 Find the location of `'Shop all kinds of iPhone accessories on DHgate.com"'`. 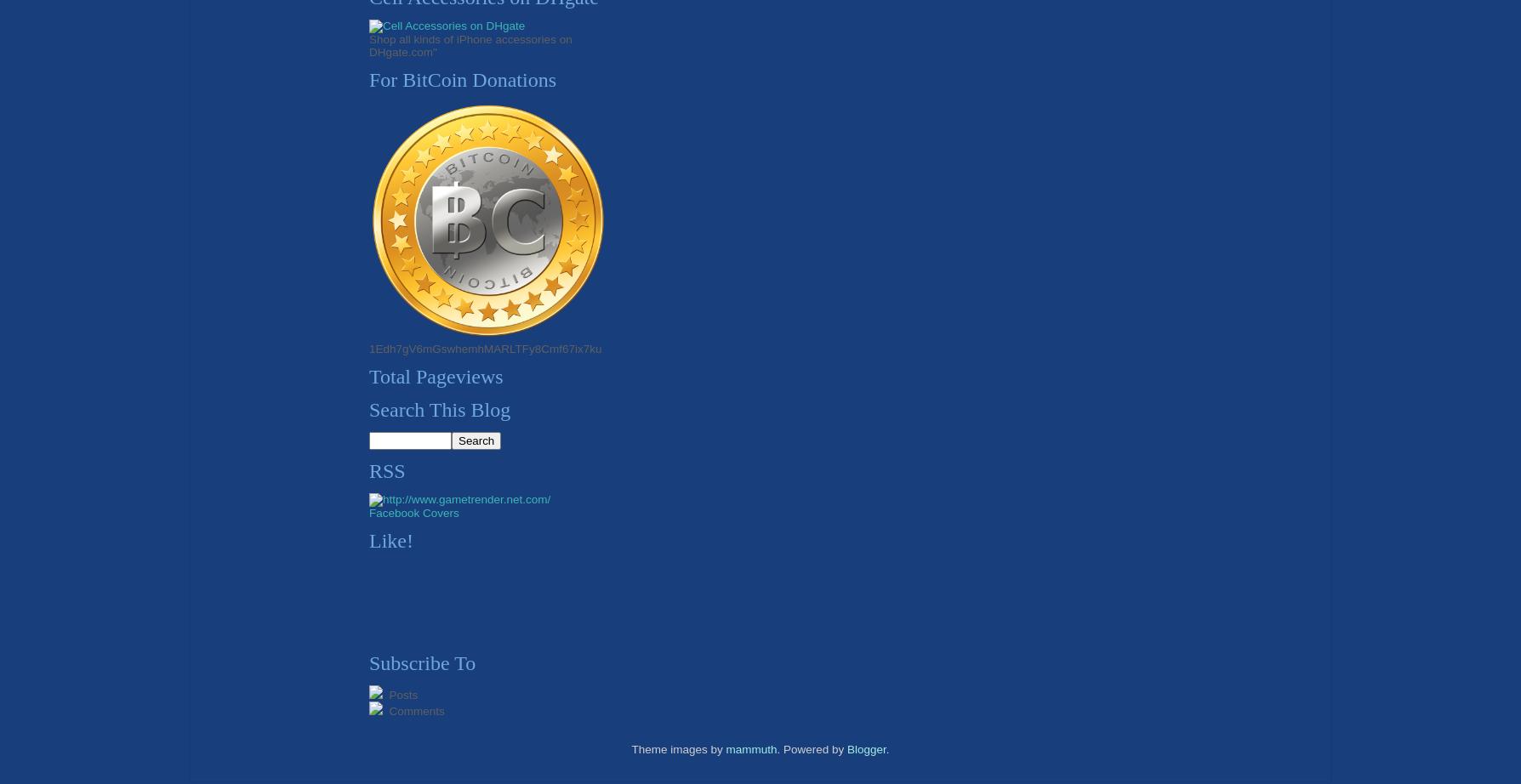

'Shop all kinds of iPhone accessories on DHgate.com"' is located at coordinates (470, 45).